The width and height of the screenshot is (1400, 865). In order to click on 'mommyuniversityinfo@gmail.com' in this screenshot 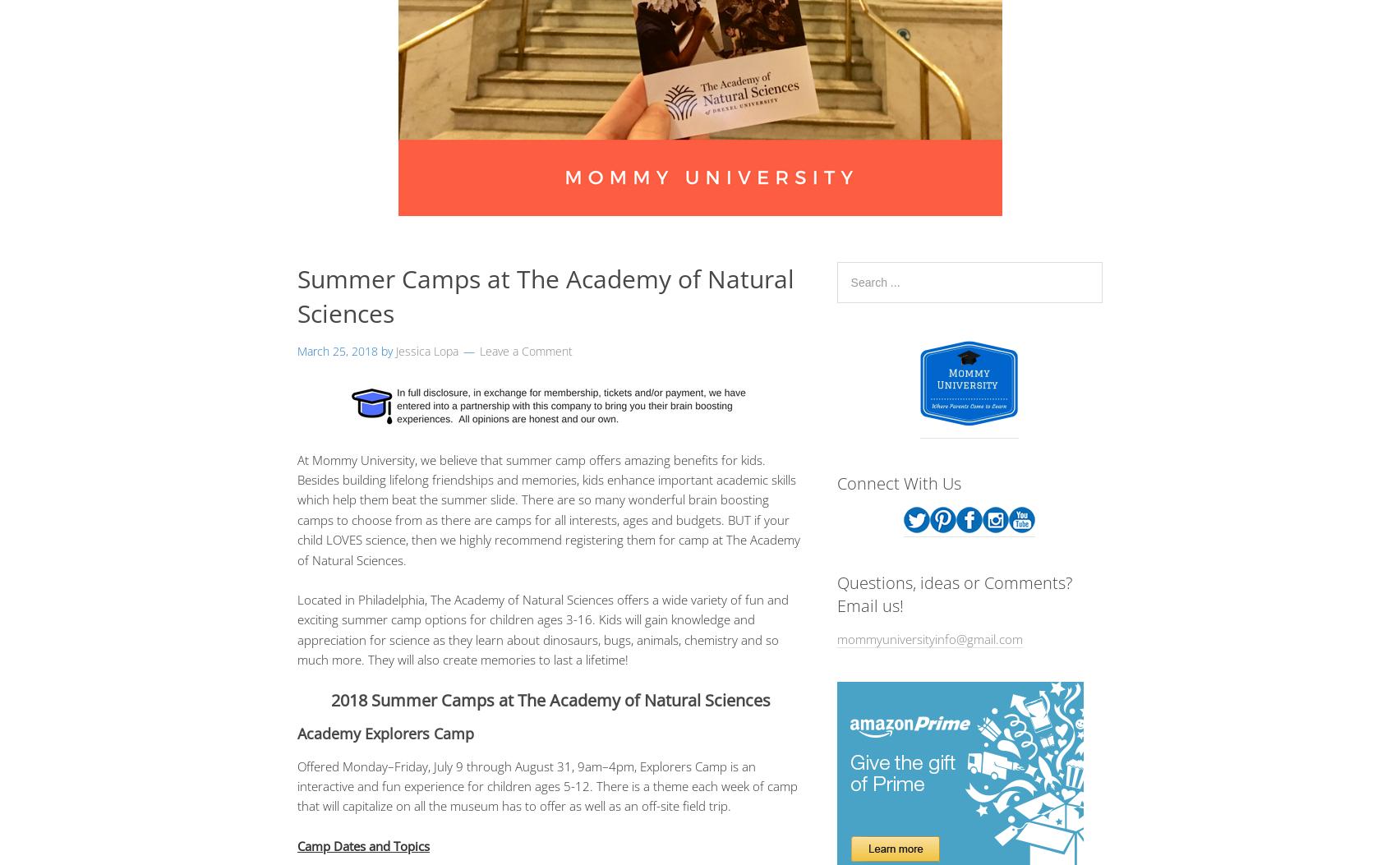, I will do `click(928, 638)`.